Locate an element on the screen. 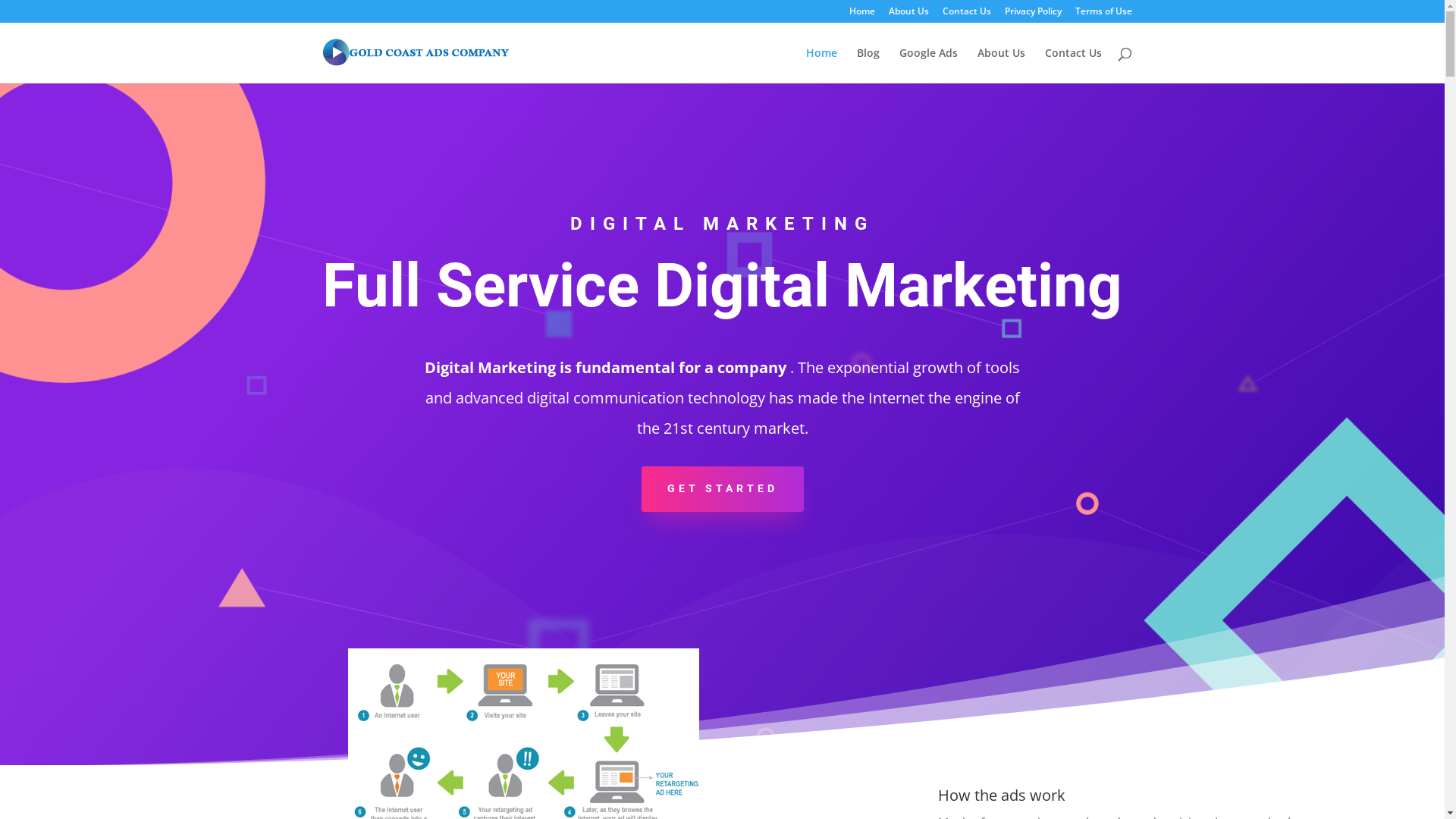 This screenshot has width=1456, height=819. 'Contact Us' is located at coordinates (965, 14).